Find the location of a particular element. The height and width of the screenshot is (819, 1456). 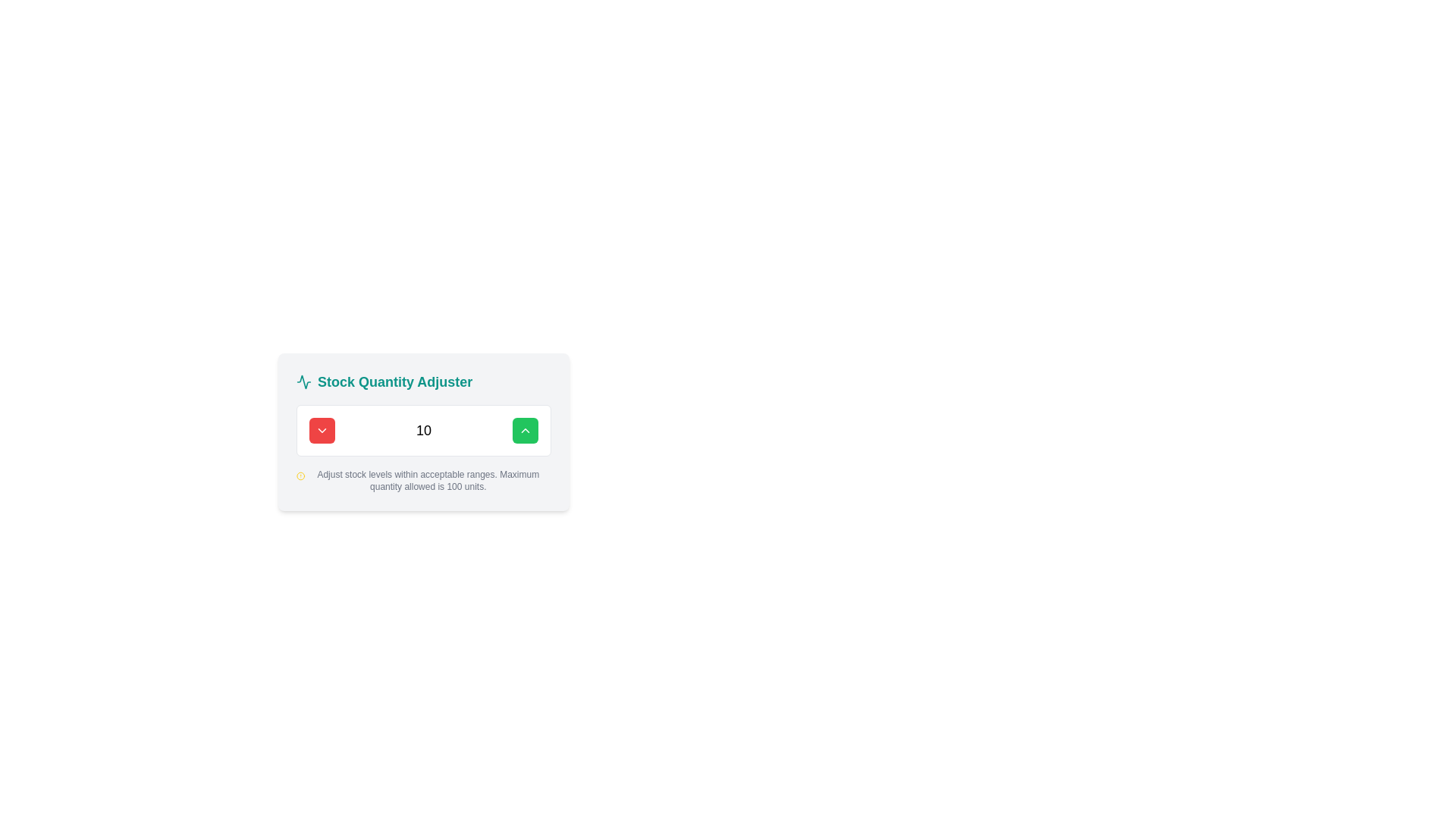

informative text displayed in gray font about adjusting stock levels located beneath the stock adjustment controls is located at coordinates (427, 480).